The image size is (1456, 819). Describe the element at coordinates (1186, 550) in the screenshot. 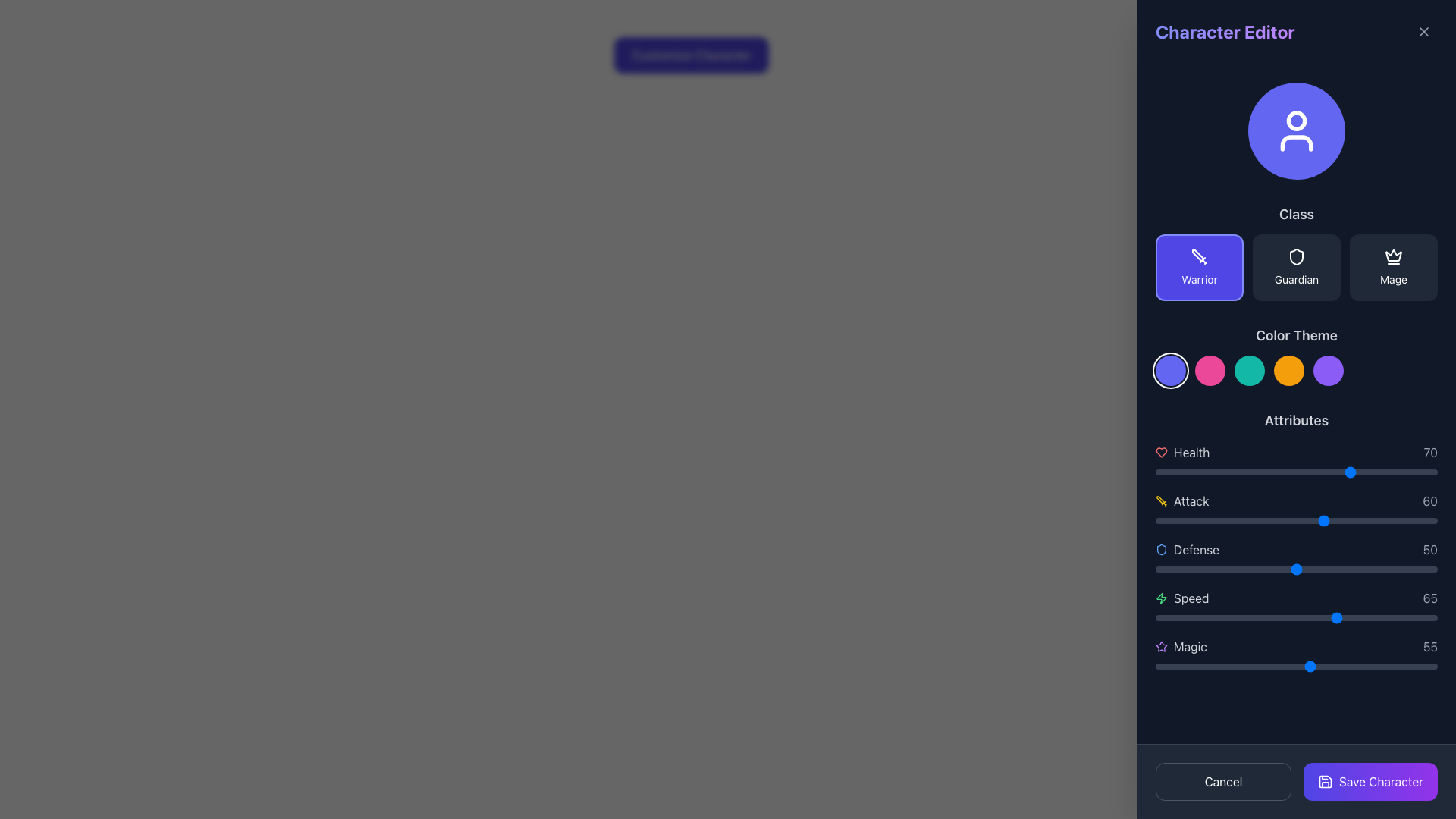

I see `the Label with a shield icon and the word 'Defense' in gray text located in the 'Attributes' section of the 'Character Editor', which is the third element from the top` at that location.